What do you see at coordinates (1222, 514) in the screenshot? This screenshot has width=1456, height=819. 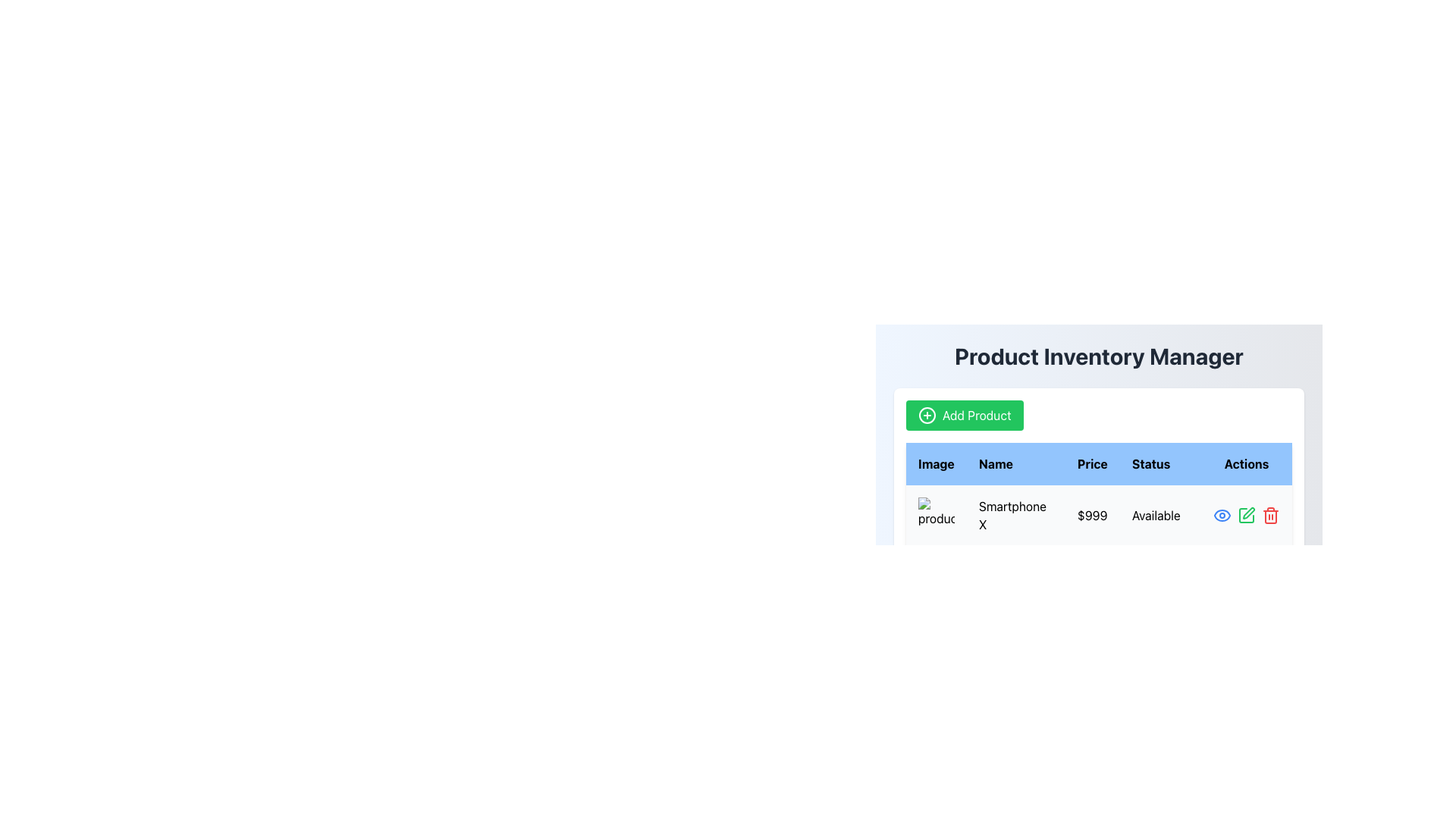 I see `the eye icon button in the 'Actions' column of the 'Product Inventory Manager' for the product 'Smartphone X' to observe the color change from blue to darker blue` at bounding box center [1222, 514].